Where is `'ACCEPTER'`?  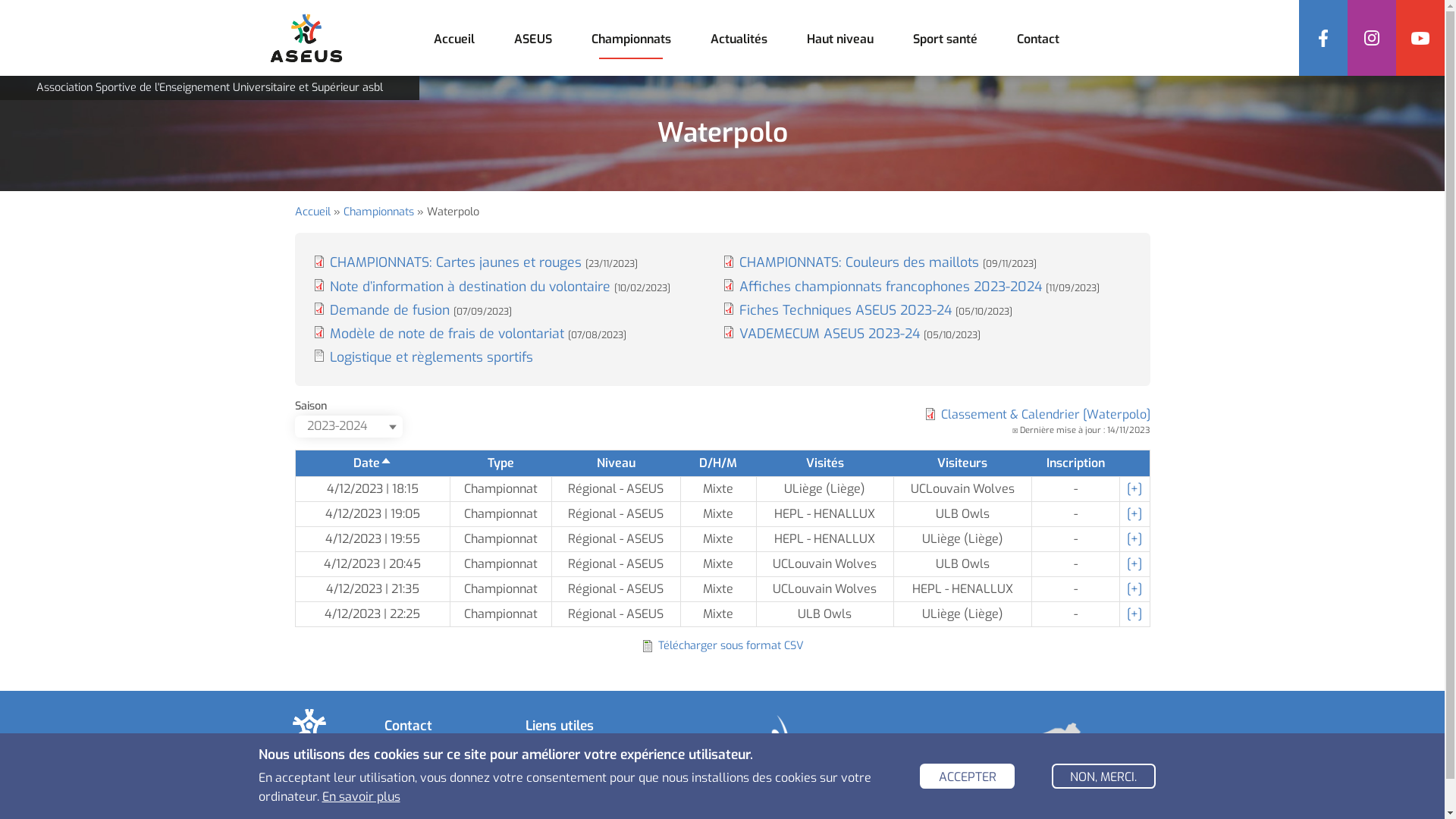 'ACCEPTER' is located at coordinates (919, 776).